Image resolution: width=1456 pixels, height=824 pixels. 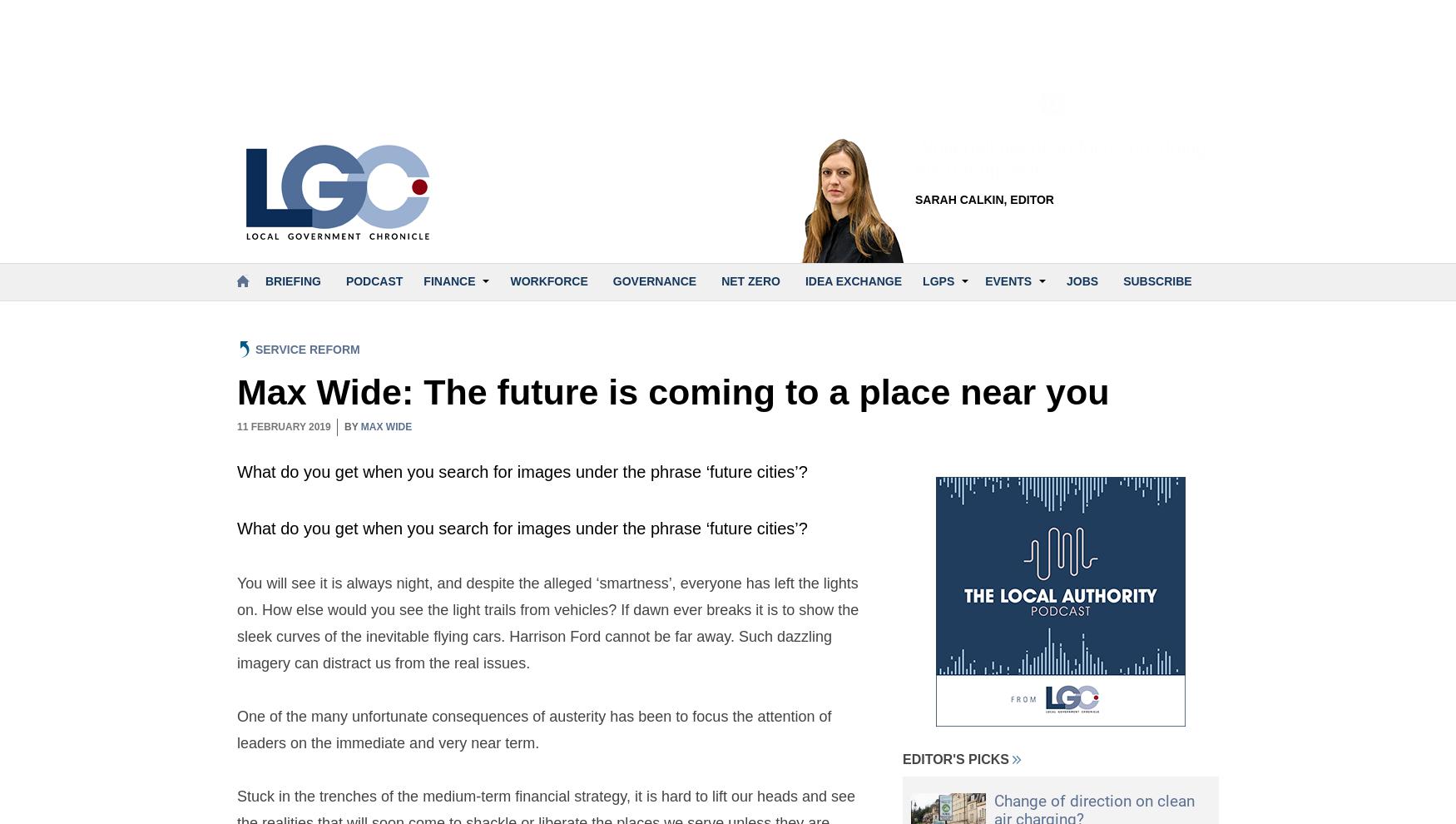 I want to click on 'Idea Exchange', so click(x=852, y=280).